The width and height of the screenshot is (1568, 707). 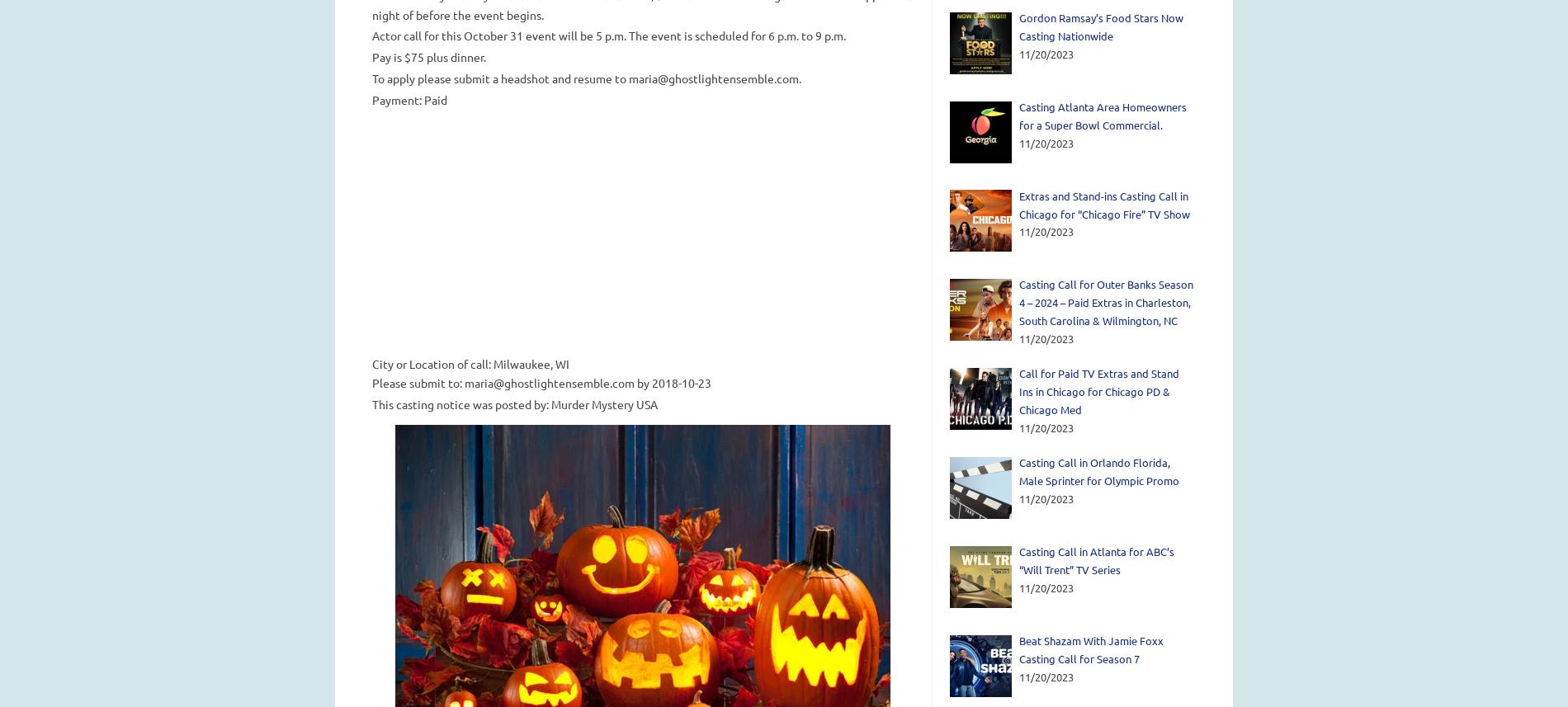 What do you see at coordinates (1018, 26) in the screenshot?
I see `'Gordon Ramsay’s Food Stars Now Casting Nationwide'` at bounding box center [1018, 26].